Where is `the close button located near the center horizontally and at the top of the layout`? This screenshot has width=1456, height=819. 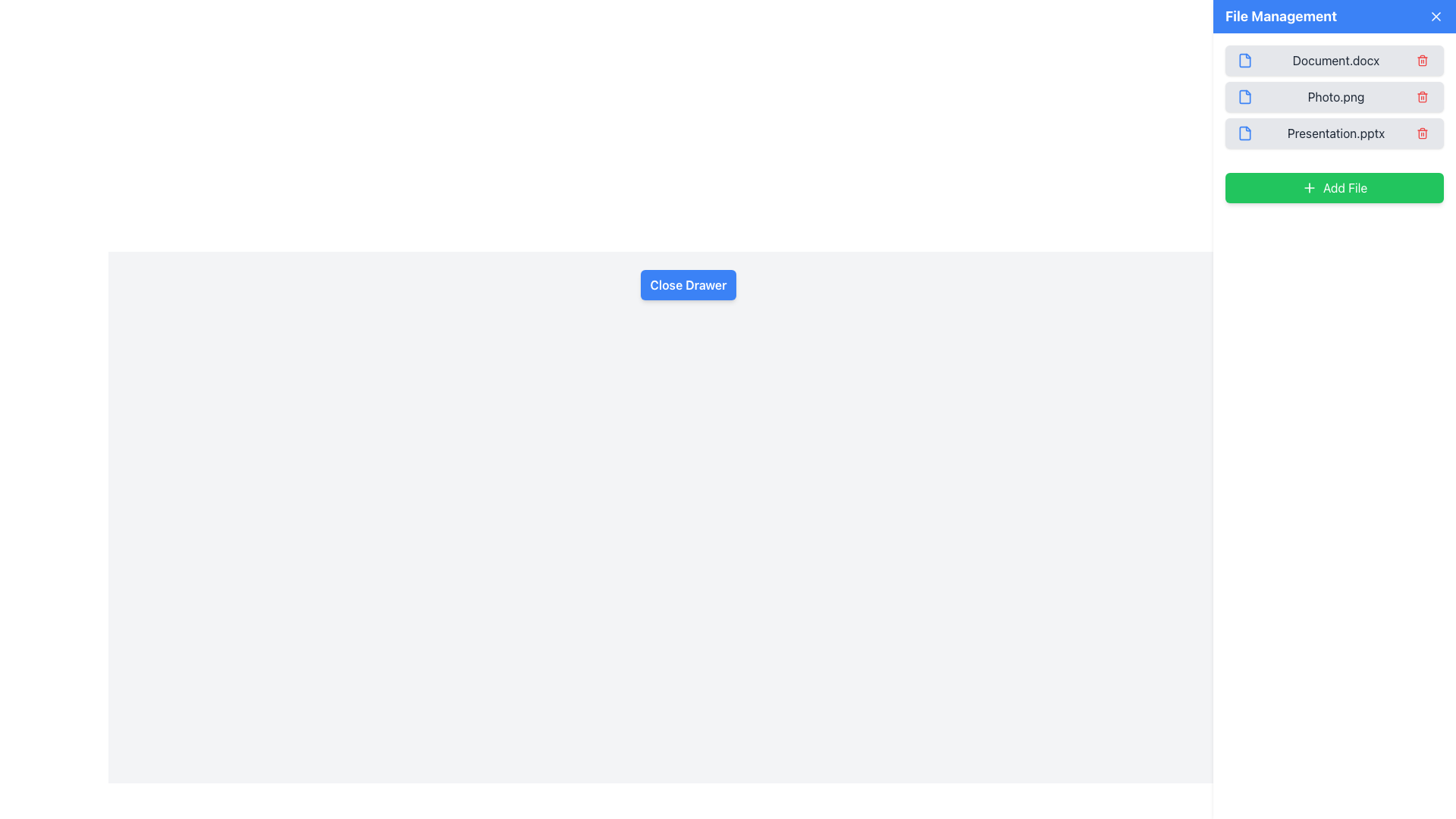
the close button located near the center horizontally and at the top of the layout is located at coordinates (687, 284).